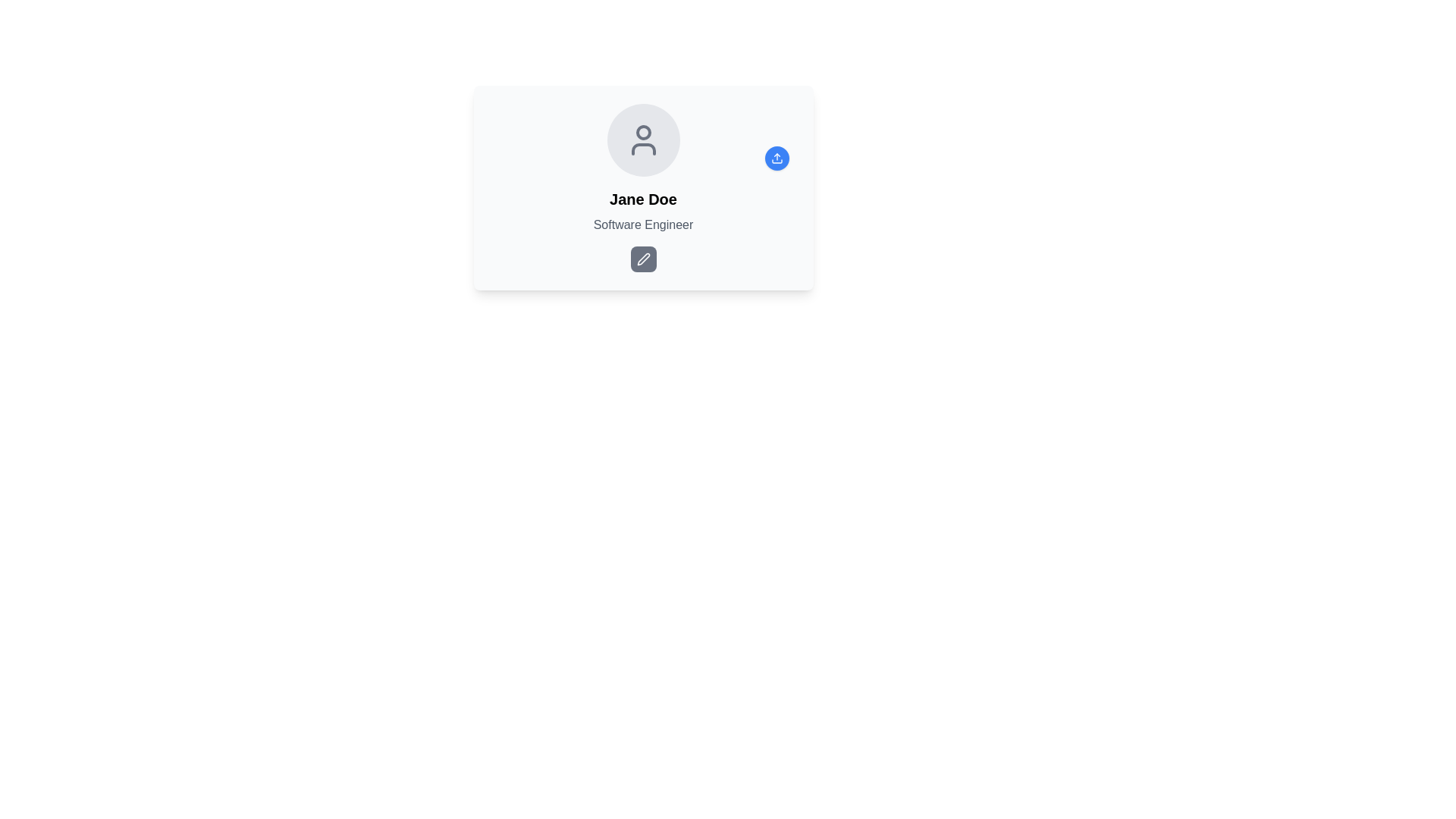 Image resolution: width=1456 pixels, height=819 pixels. I want to click on text component displaying the name 'Jane Doe', which is prominently styled in bold and larger font, located within the card below the profile icon, so click(643, 198).